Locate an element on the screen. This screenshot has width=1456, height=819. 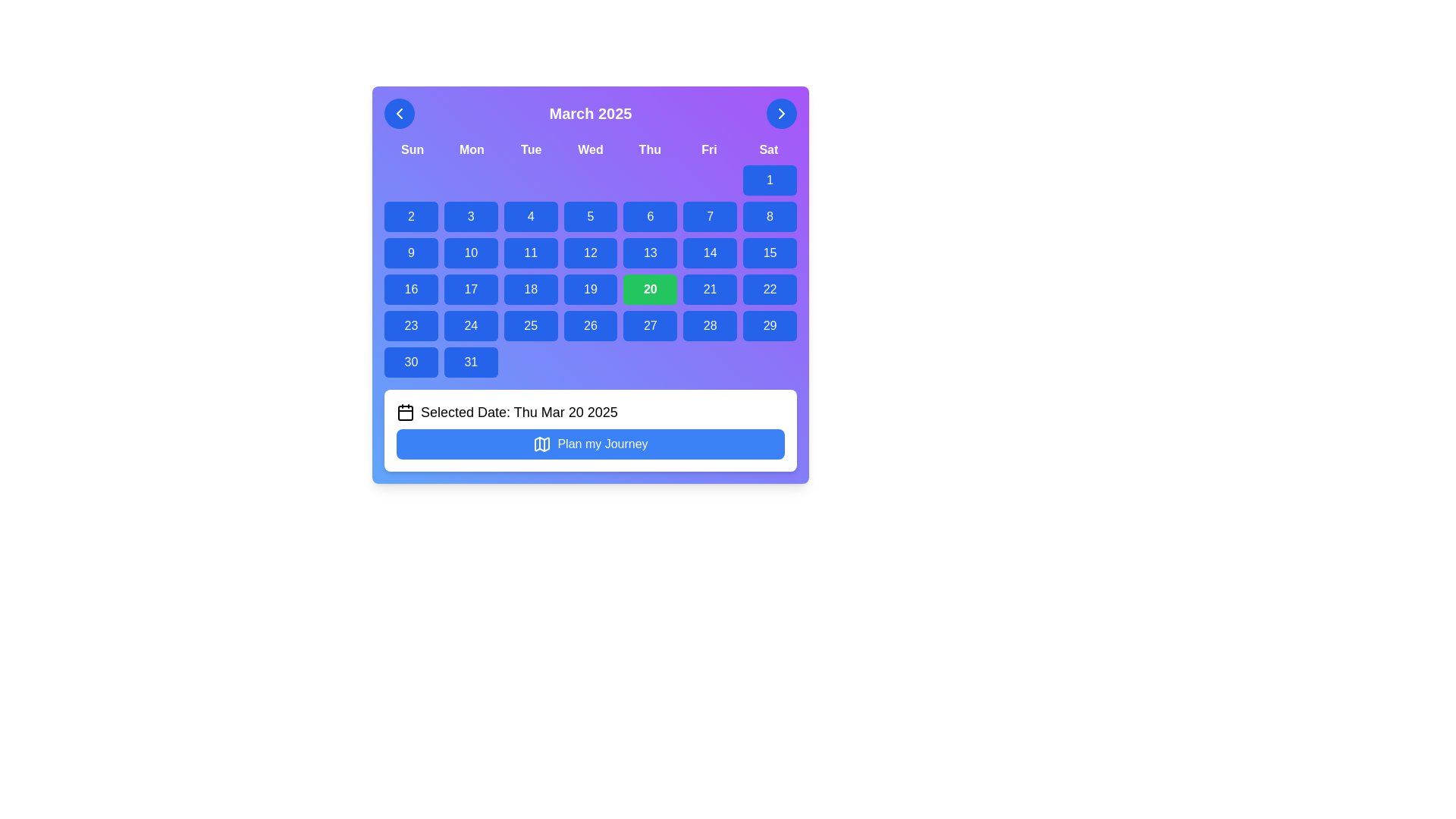
the button representing the 12th day of the month in the calendar grid under the 'Wed' column is located at coordinates (589, 253).